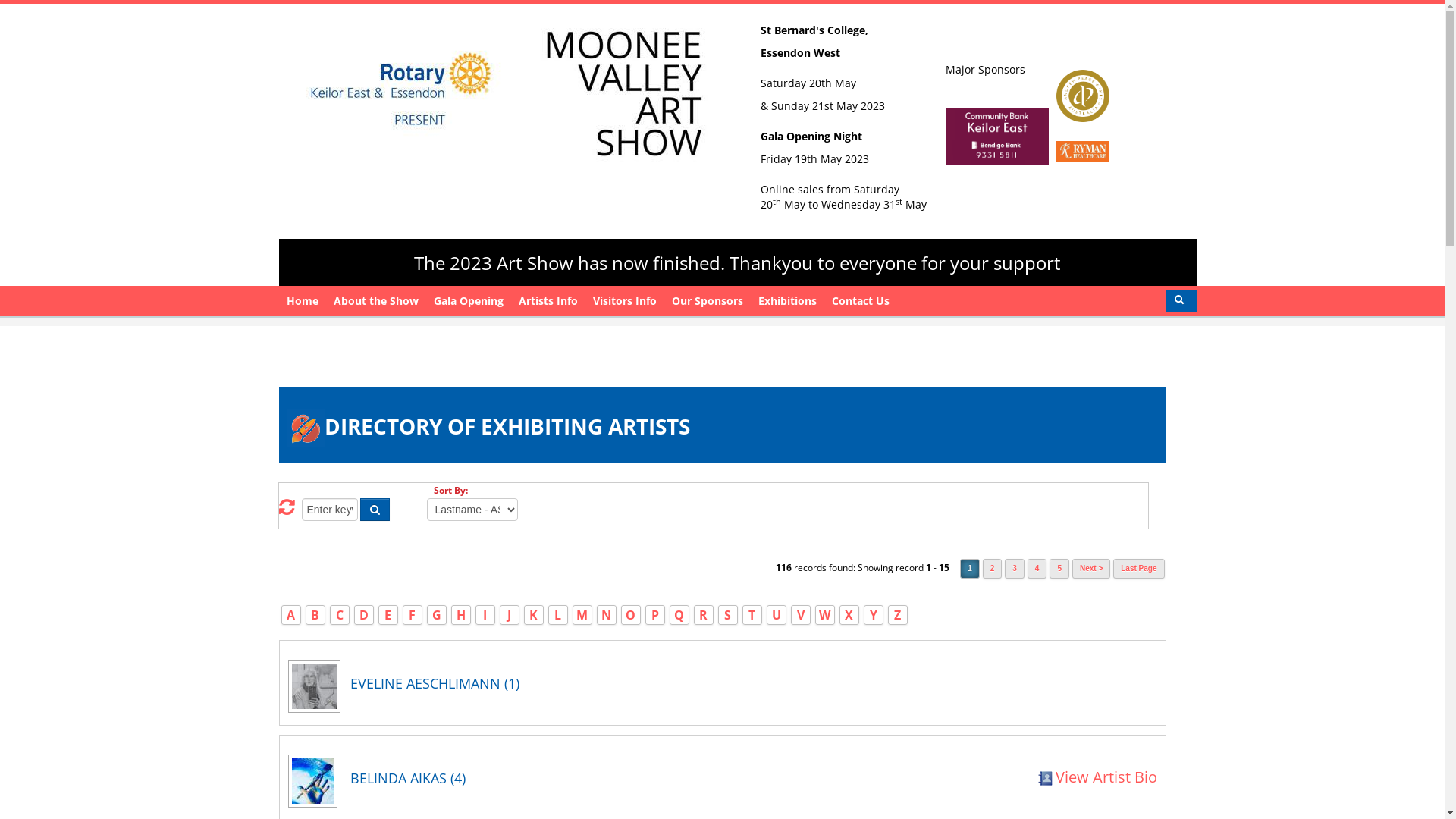  Describe the element at coordinates (412, 614) in the screenshot. I see `'F'` at that location.